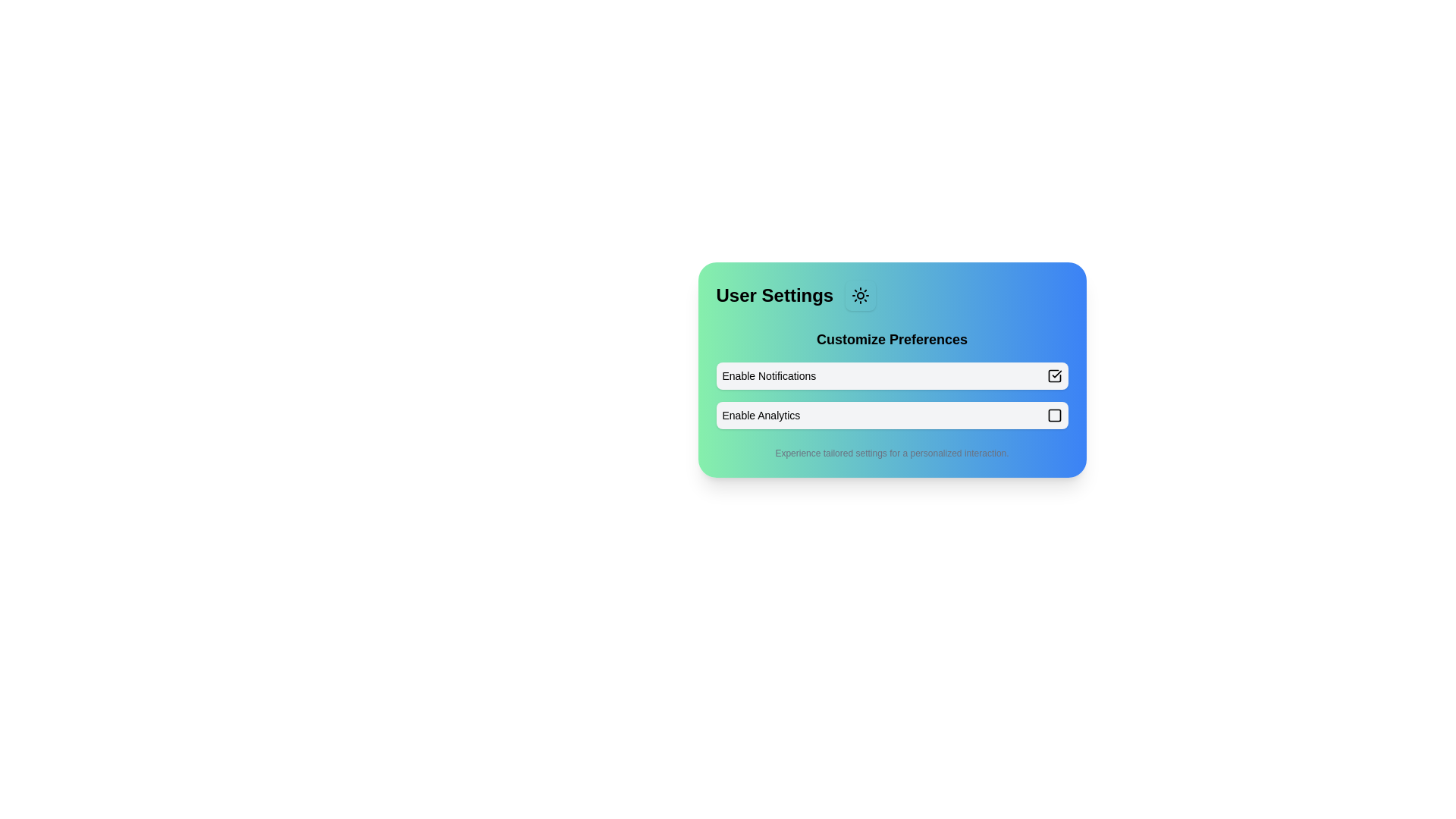 Image resolution: width=1456 pixels, height=819 pixels. Describe the element at coordinates (769, 375) in the screenshot. I see `the 'Enable Notifications' text label, which is bold and black, located to the left of the checkbox in the settings group` at that location.